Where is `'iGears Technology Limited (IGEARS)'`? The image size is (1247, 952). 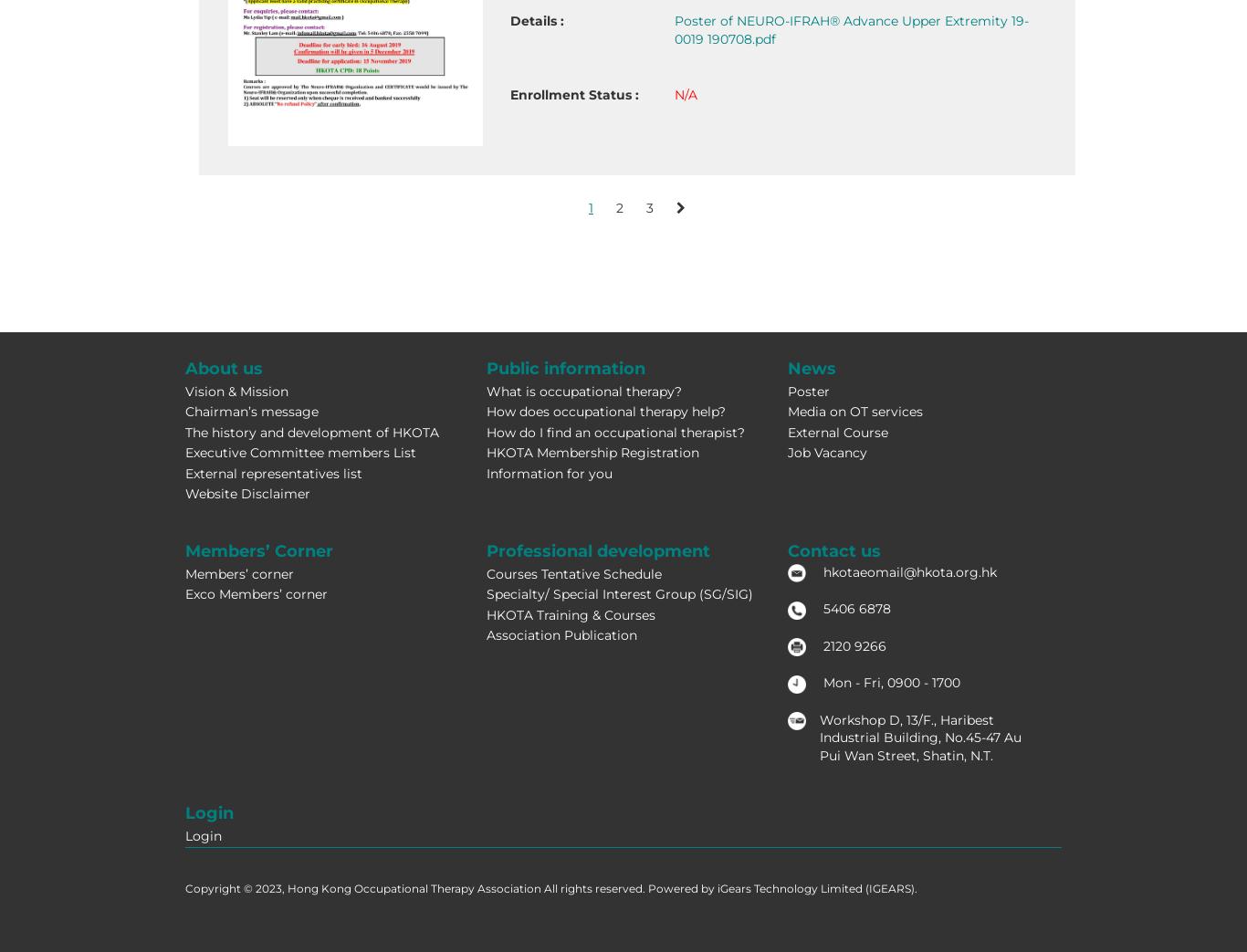
'iGears Technology Limited (IGEARS)' is located at coordinates (815, 887).